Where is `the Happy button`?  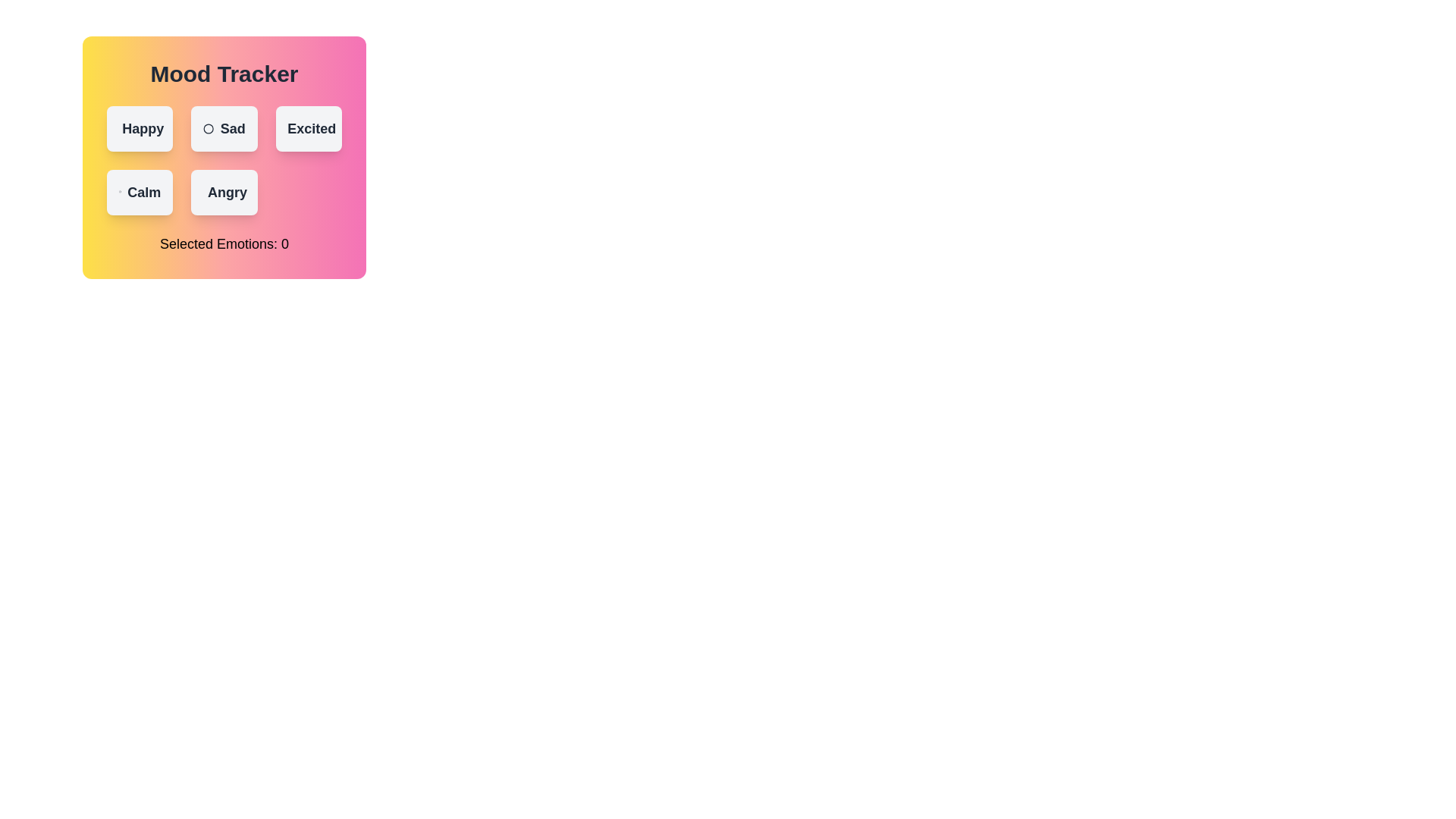
the Happy button is located at coordinates (139, 127).